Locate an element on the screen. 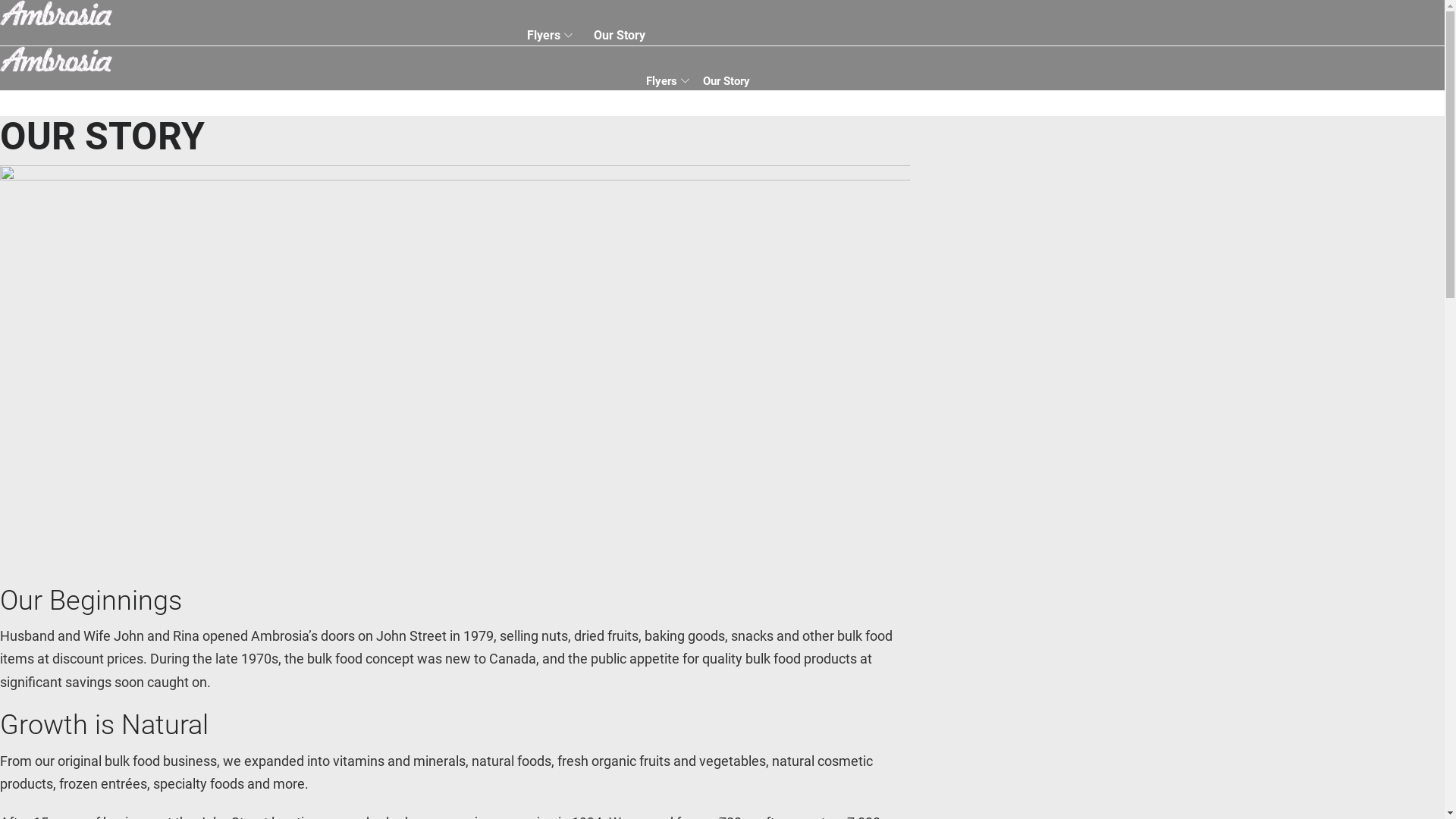 The height and width of the screenshot is (819, 1456). 'Flyersarrow-down' is located at coordinates (521, 34).